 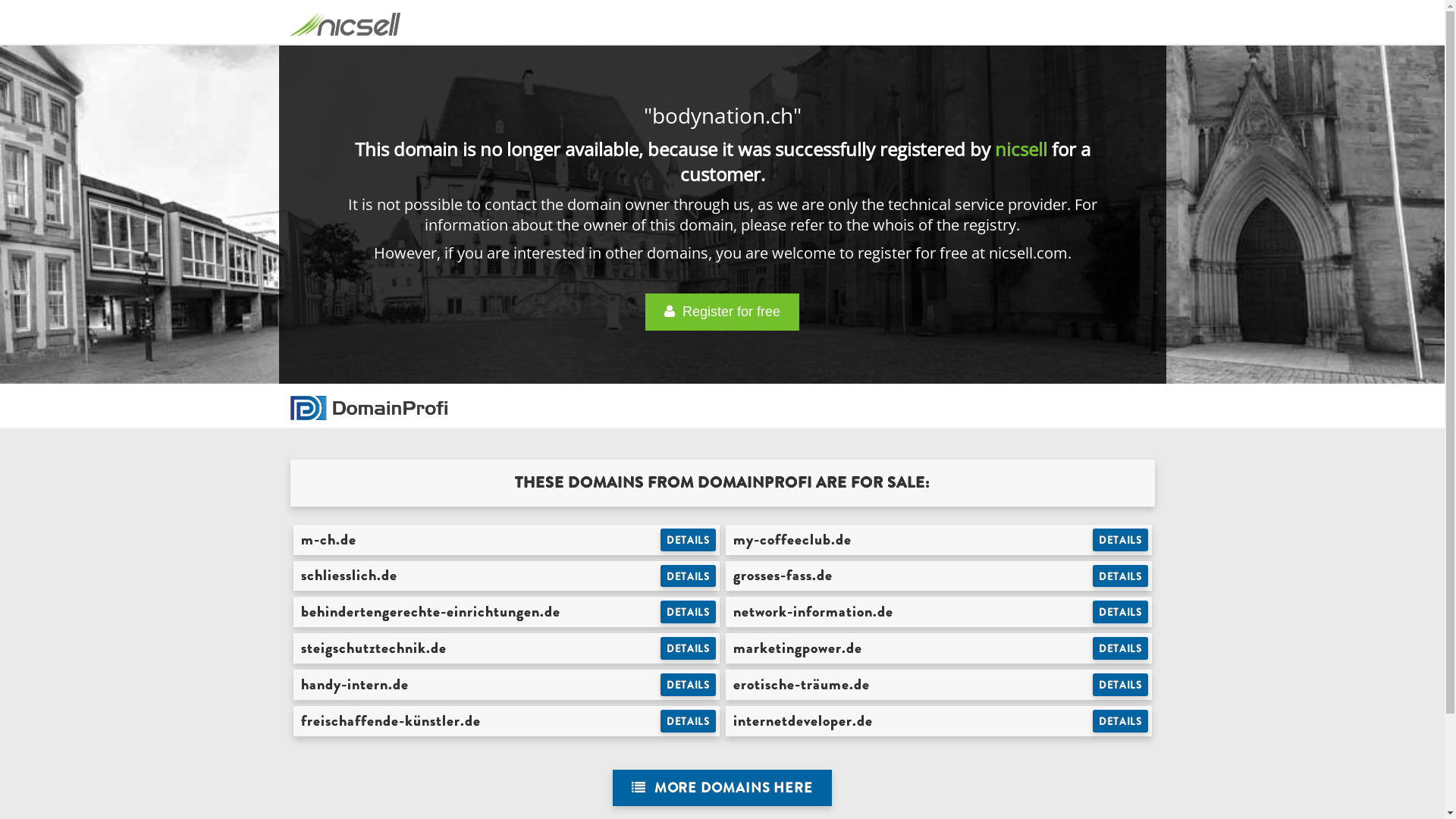 What do you see at coordinates (1092, 648) in the screenshot?
I see `'DETAILS'` at bounding box center [1092, 648].